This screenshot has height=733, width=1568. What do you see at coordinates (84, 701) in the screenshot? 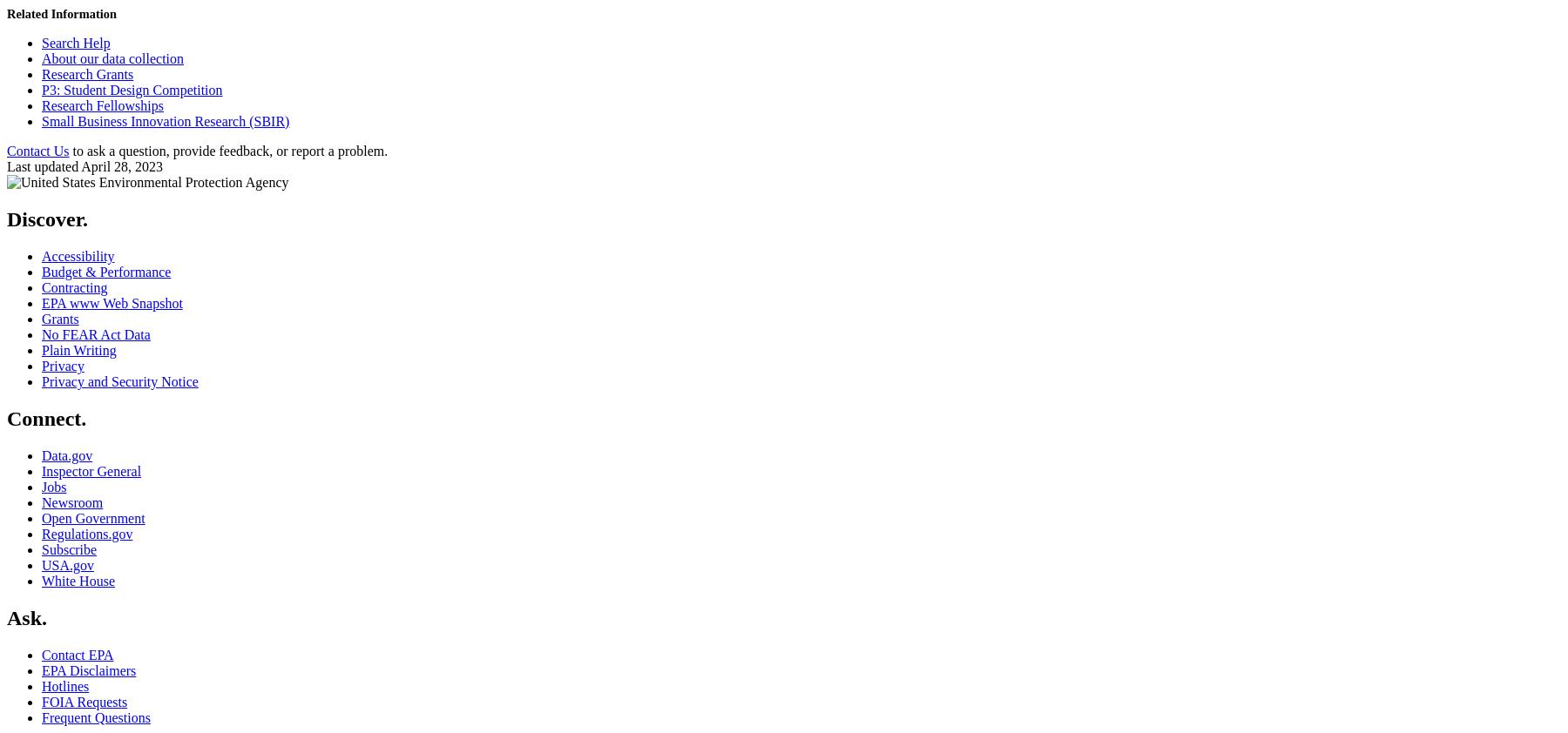
I see `'FOIA Requests'` at bounding box center [84, 701].